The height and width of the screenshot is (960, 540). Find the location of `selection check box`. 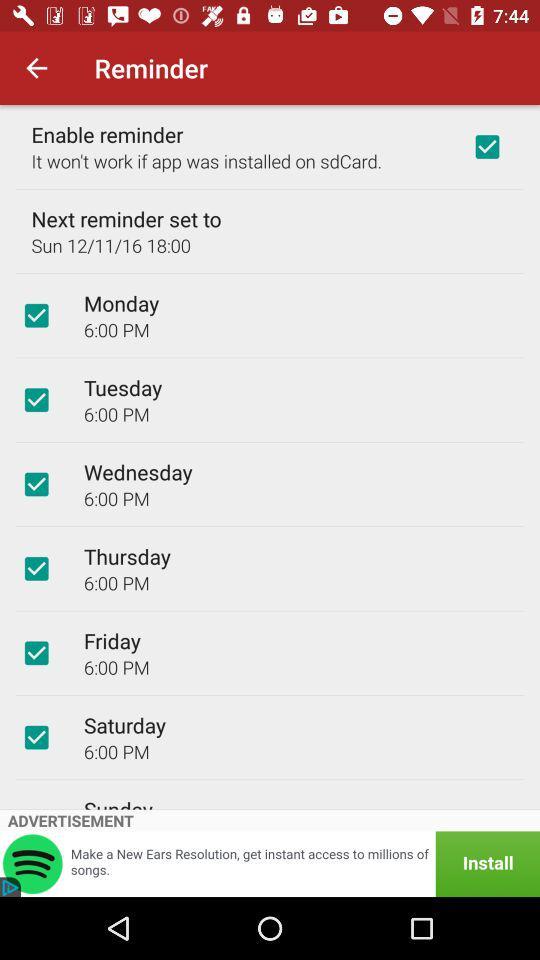

selection check box is located at coordinates (36, 568).